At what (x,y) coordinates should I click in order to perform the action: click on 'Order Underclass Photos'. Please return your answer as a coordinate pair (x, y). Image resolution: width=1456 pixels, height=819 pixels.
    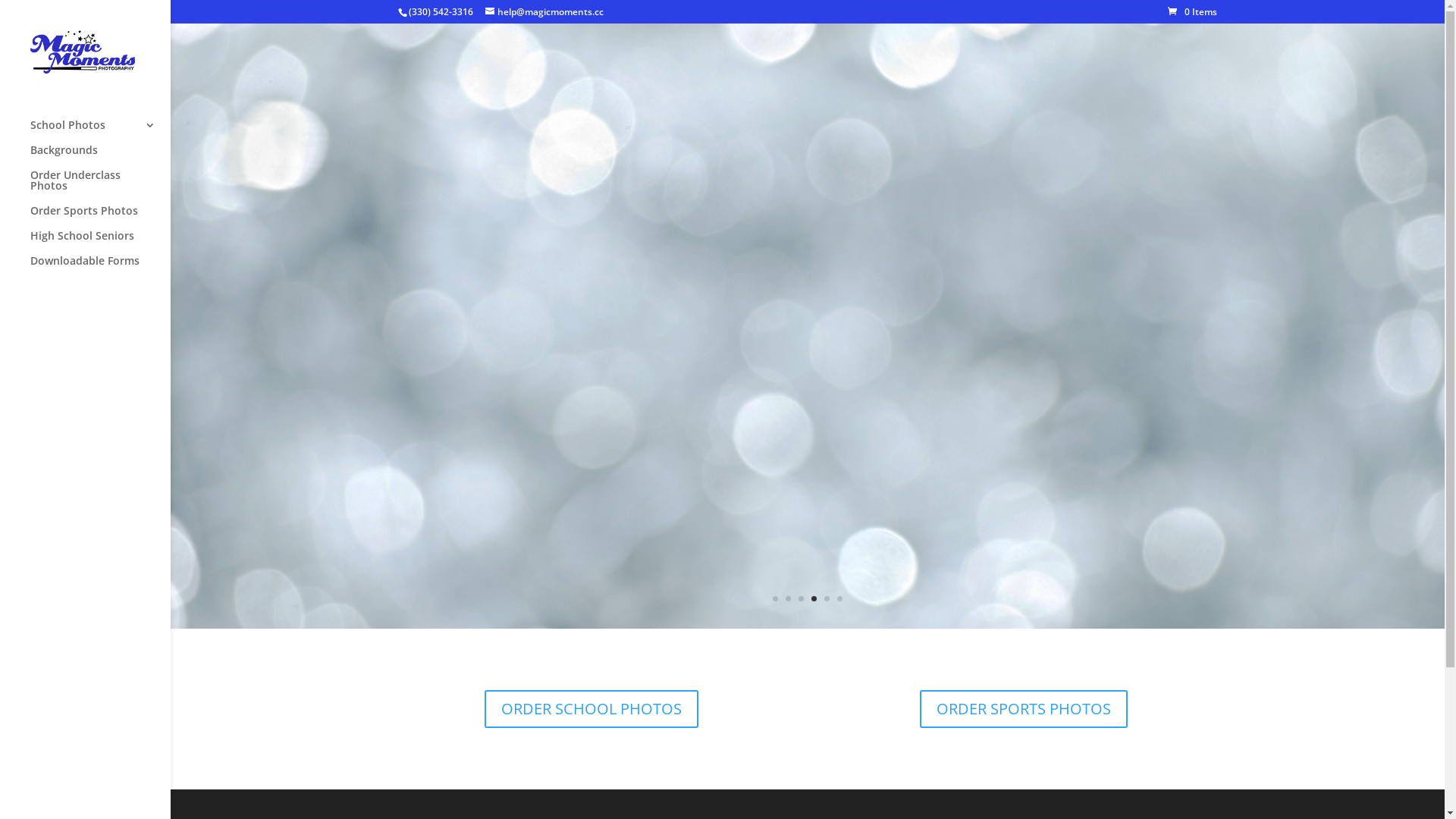
    Looking at the image, I should click on (99, 187).